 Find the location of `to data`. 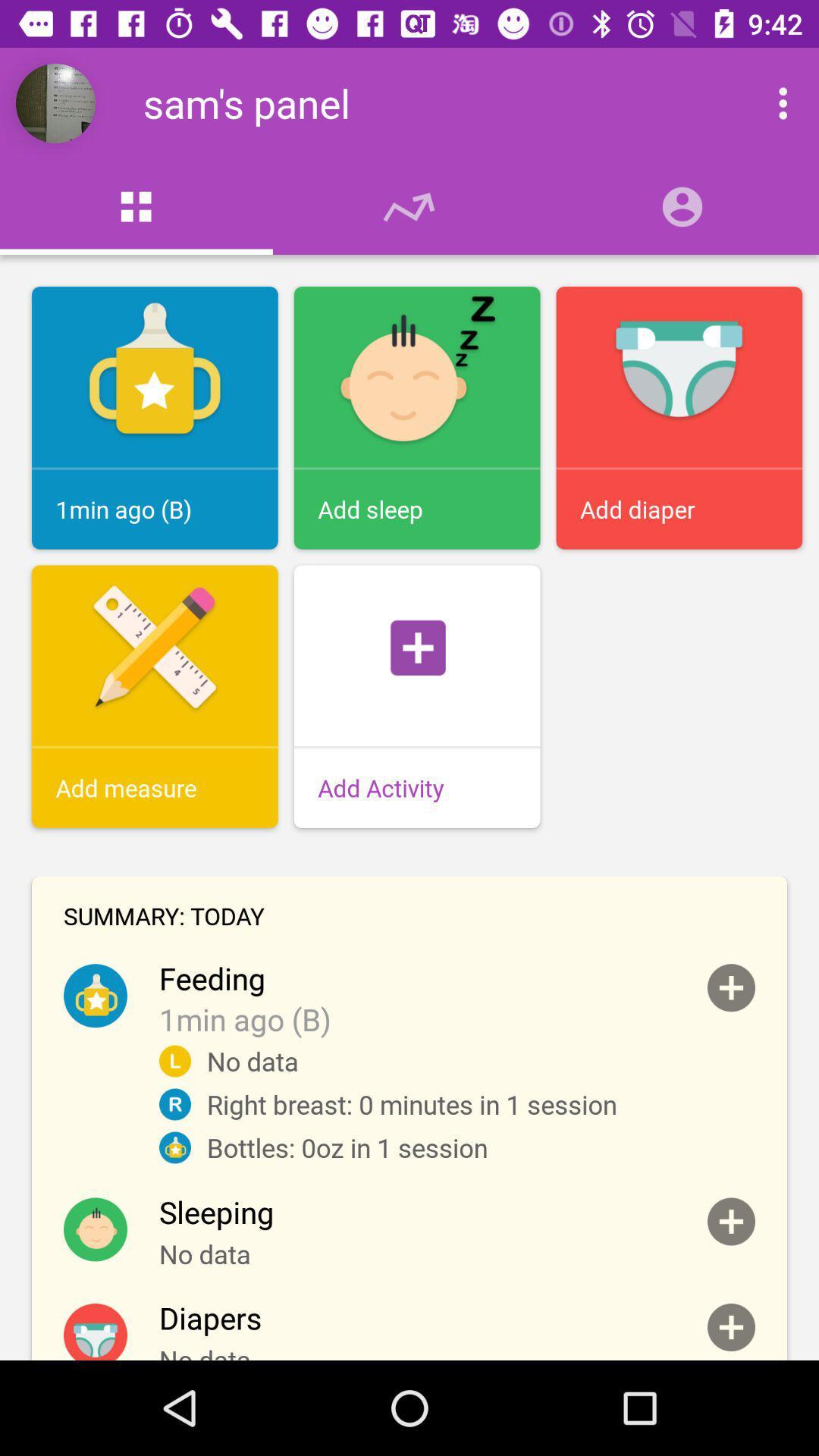

to data is located at coordinates (730, 1222).